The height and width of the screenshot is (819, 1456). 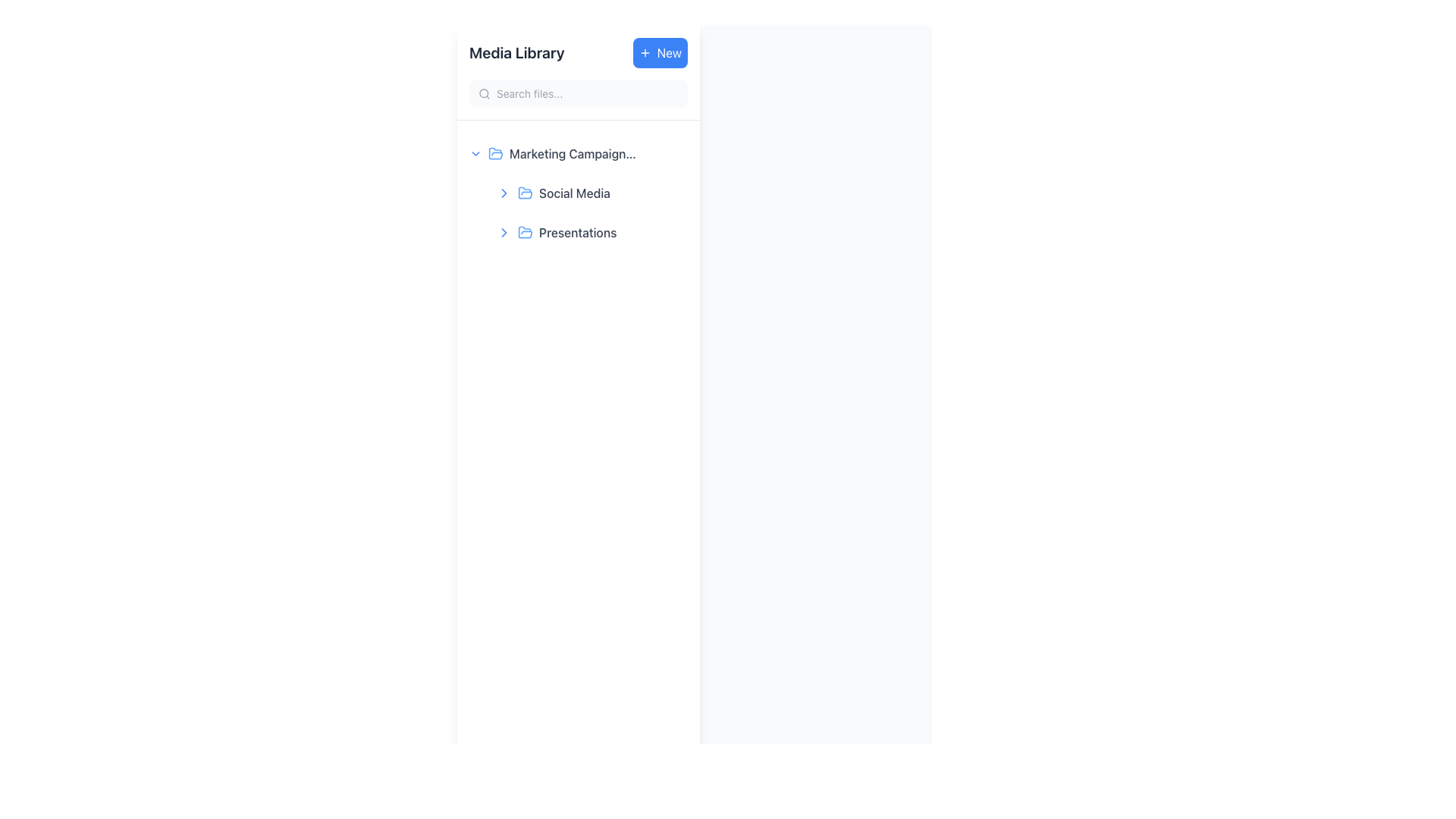 I want to click on the 'Presentations' text label, which is styled in medium gray font and, so click(x=566, y=233).